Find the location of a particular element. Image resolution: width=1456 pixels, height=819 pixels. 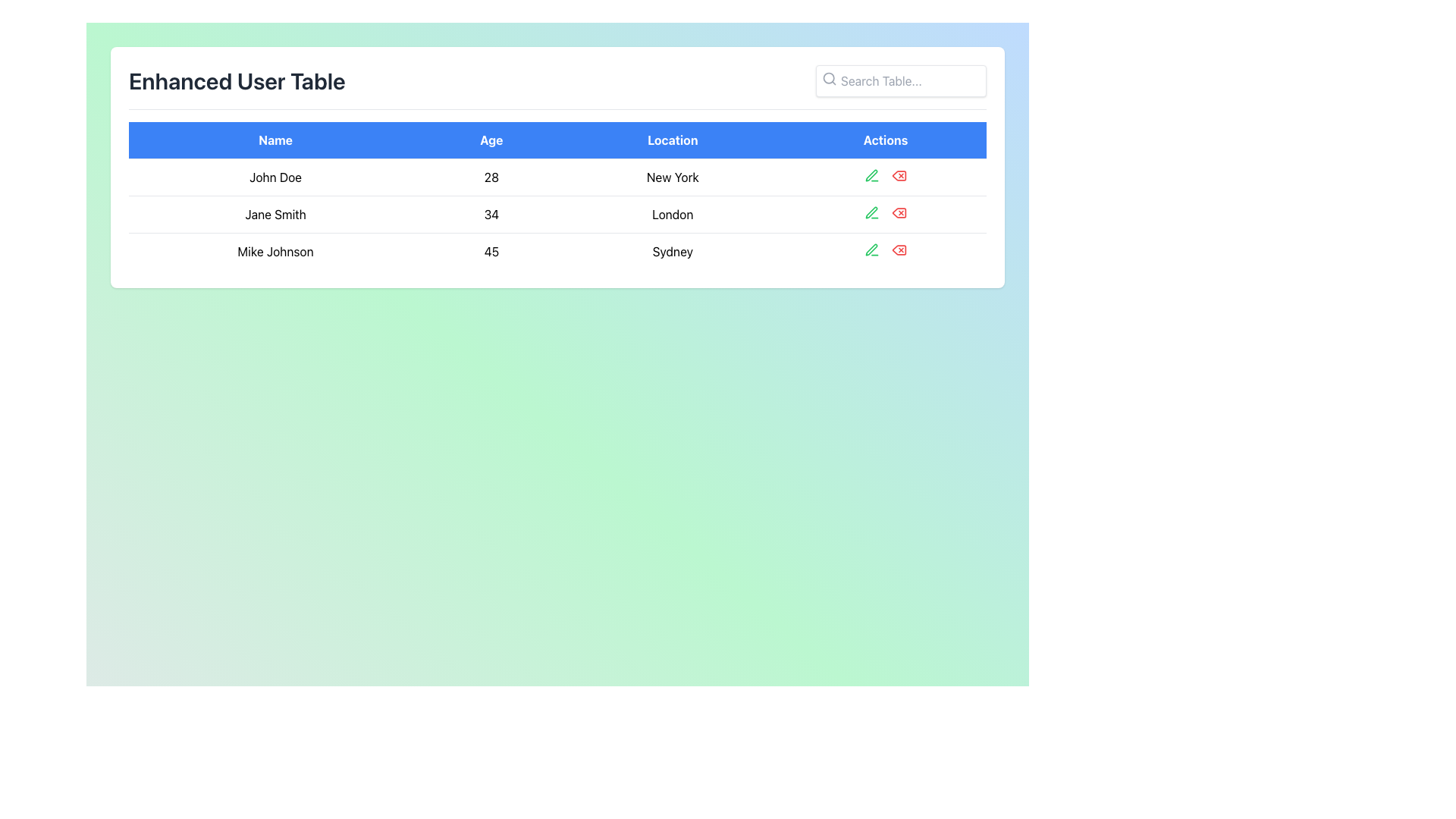

the text label displaying 'Jane Smith' in black font, which is part of the 'Name' column in a table row is located at coordinates (275, 214).